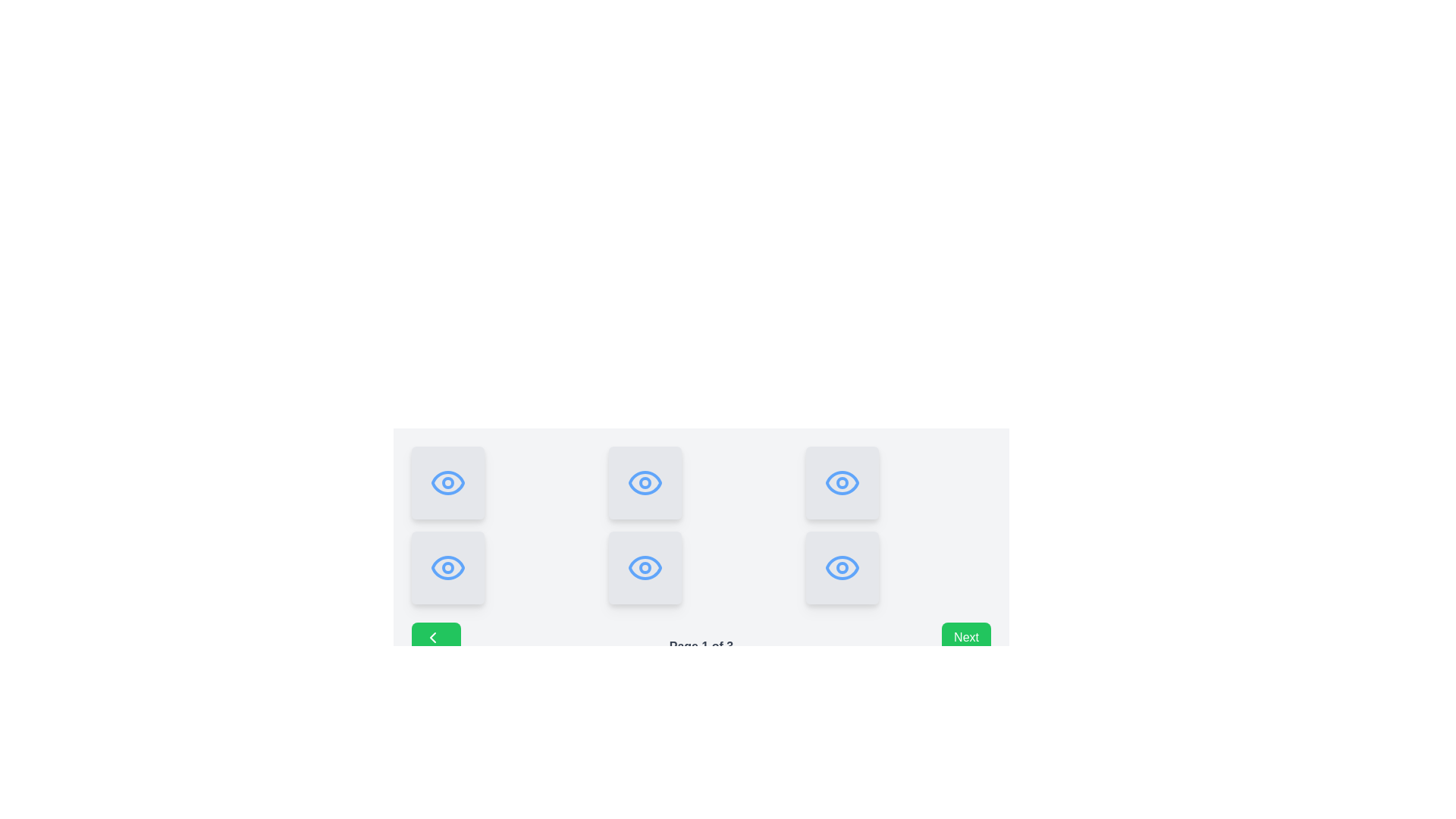  I want to click on the visual indicator icon, so click(447, 567).